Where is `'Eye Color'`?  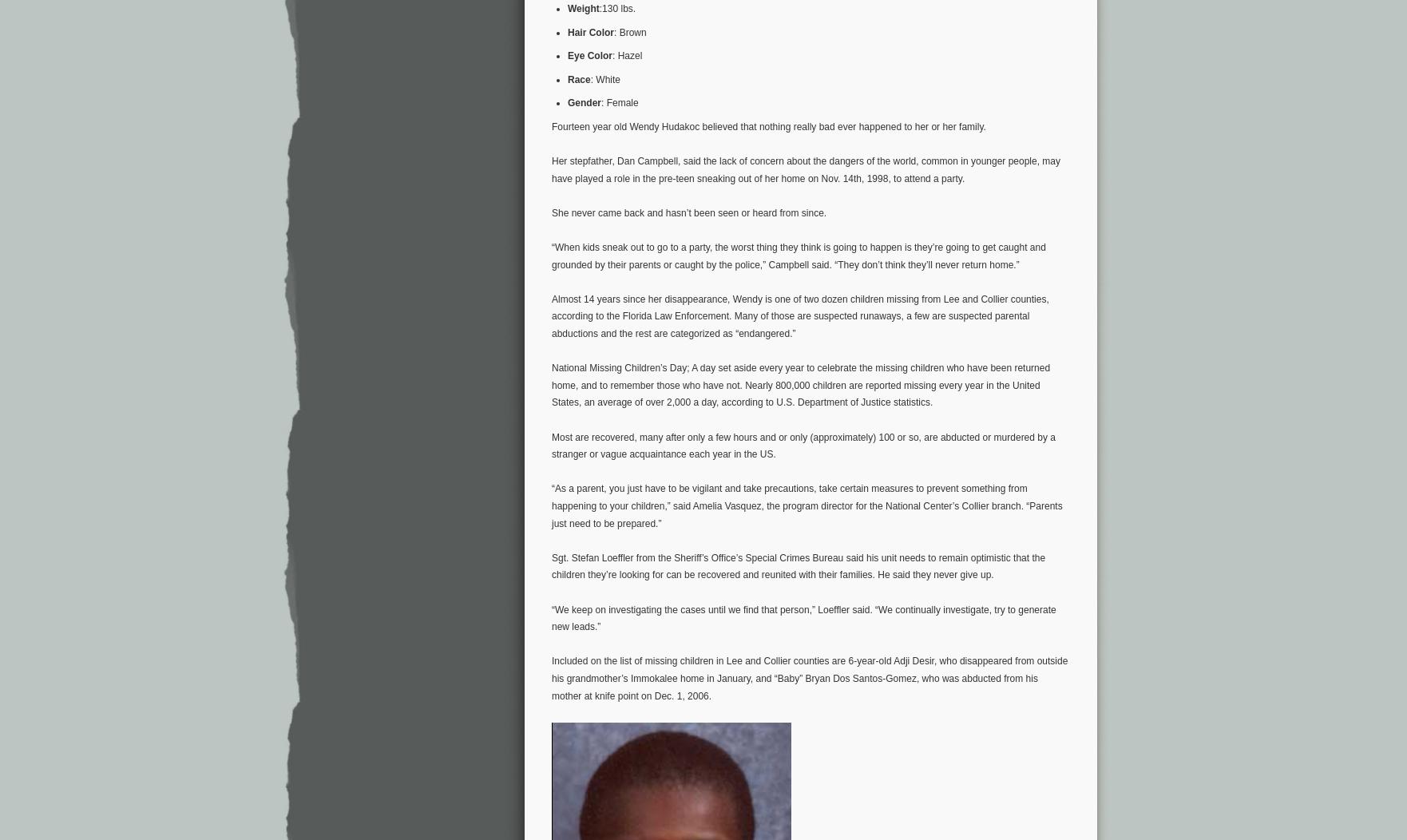
'Eye Color' is located at coordinates (589, 54).